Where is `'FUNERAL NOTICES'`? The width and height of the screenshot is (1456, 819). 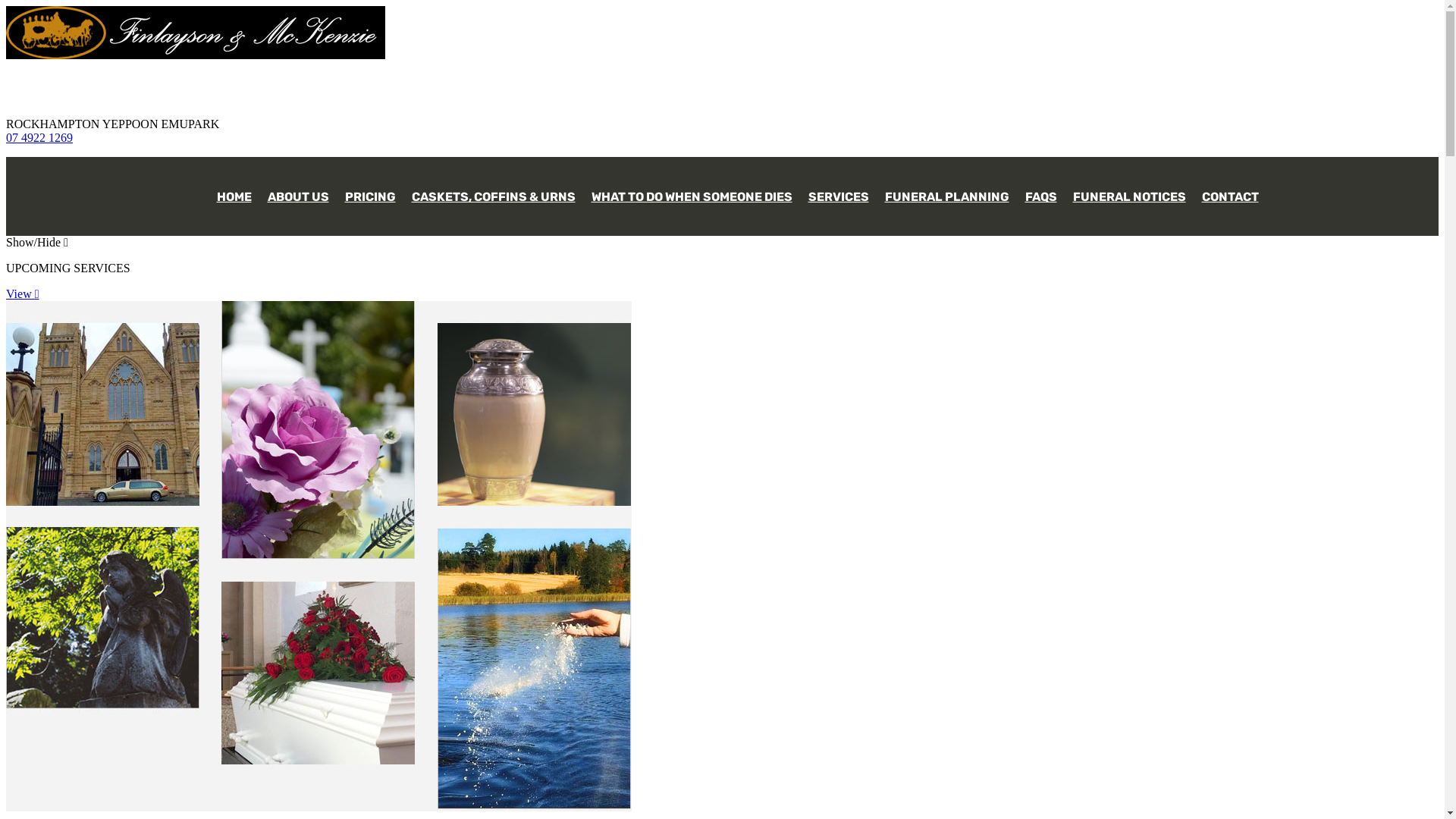
'FUNERAL NOTICES' is located at coordinates (1129, 189).